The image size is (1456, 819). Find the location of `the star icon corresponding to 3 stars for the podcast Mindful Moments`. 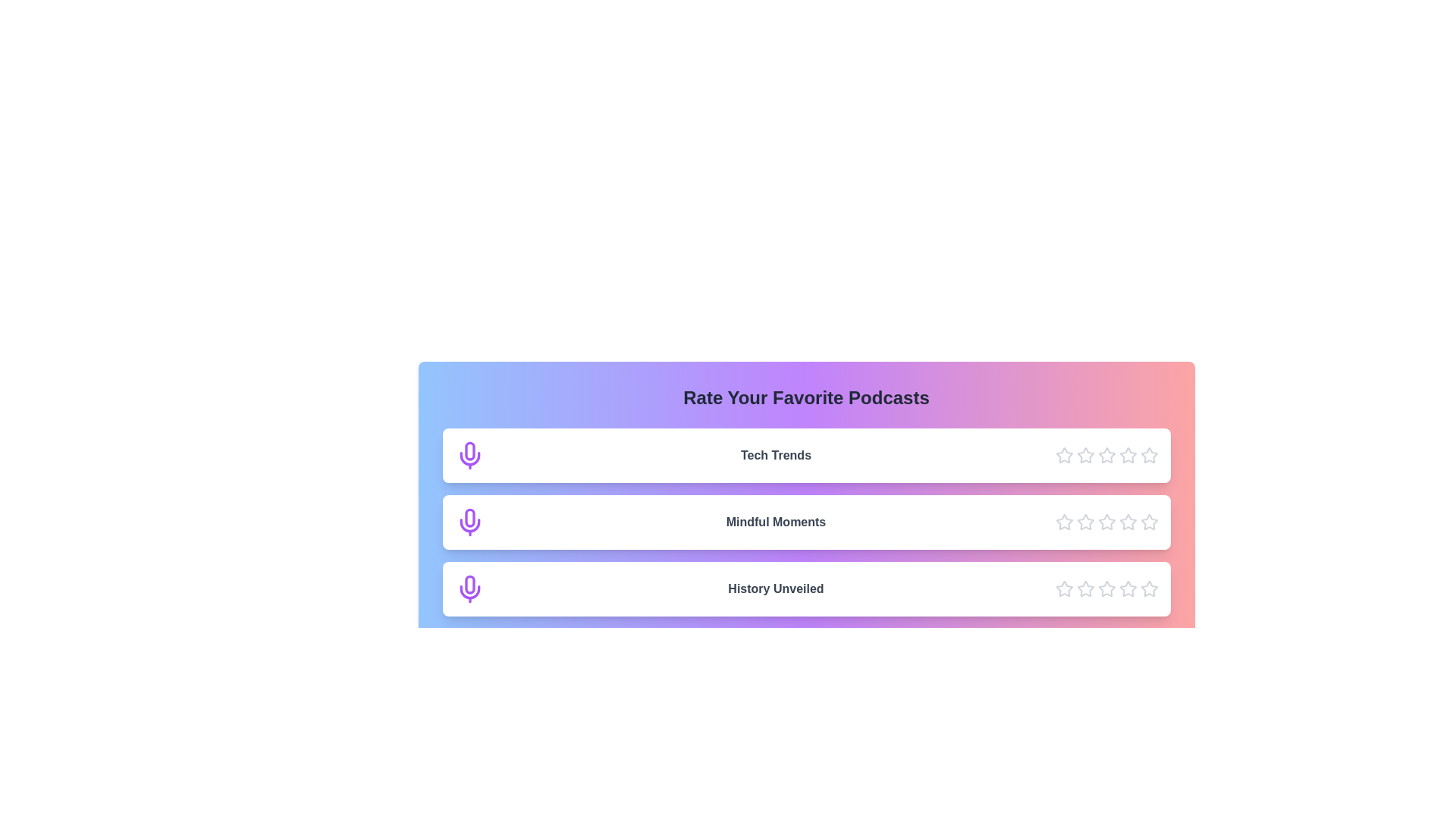

the star icon corresponding to 3 stars for the podcast Mindful Moments is located at coordinates (1106, 522).